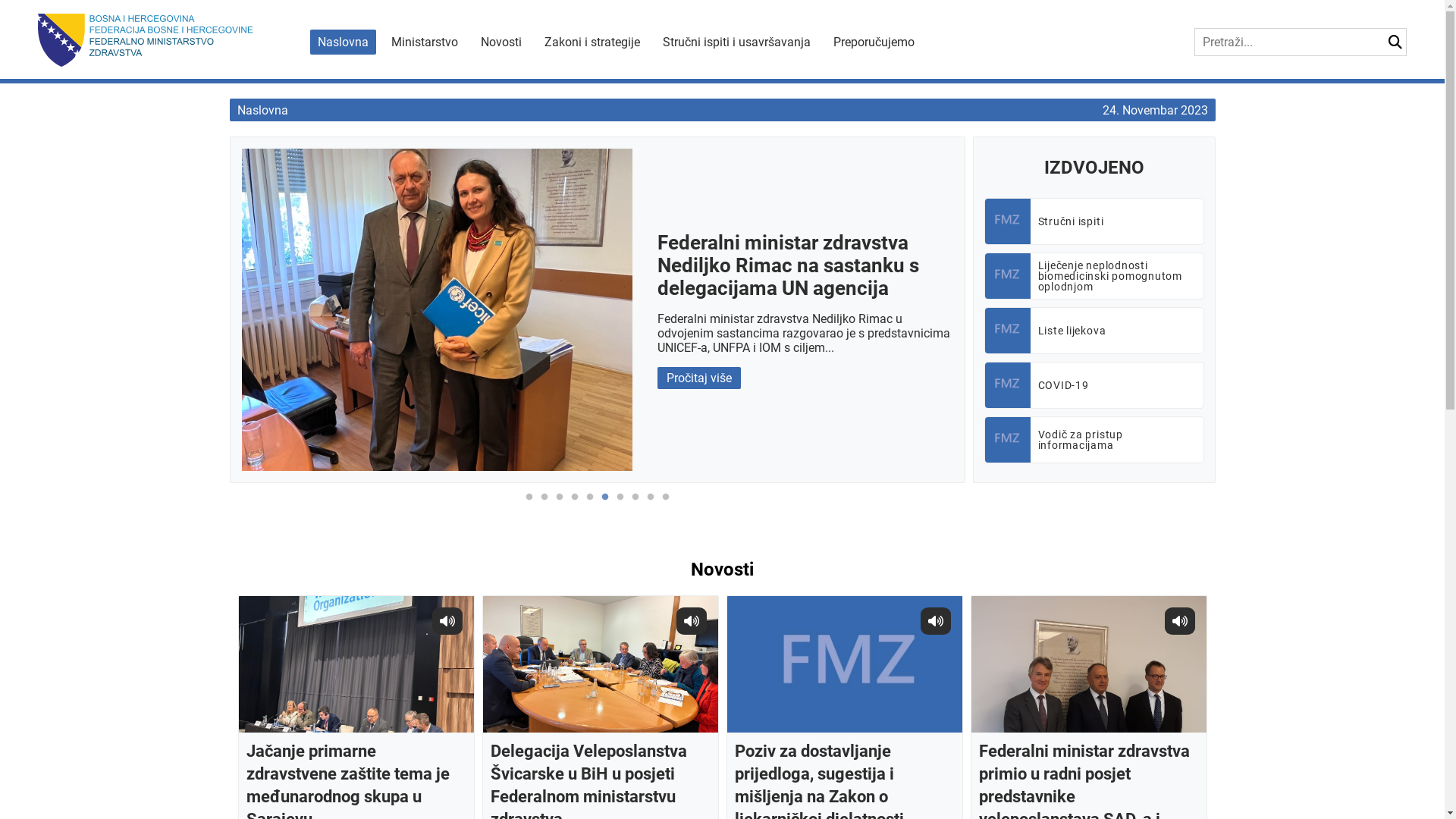 The width and height of the screenshot is (1456, 819). What do you see at coordinates (588, 505) in the screenshot?
I see `'5'` at bounding box center [588, 505].